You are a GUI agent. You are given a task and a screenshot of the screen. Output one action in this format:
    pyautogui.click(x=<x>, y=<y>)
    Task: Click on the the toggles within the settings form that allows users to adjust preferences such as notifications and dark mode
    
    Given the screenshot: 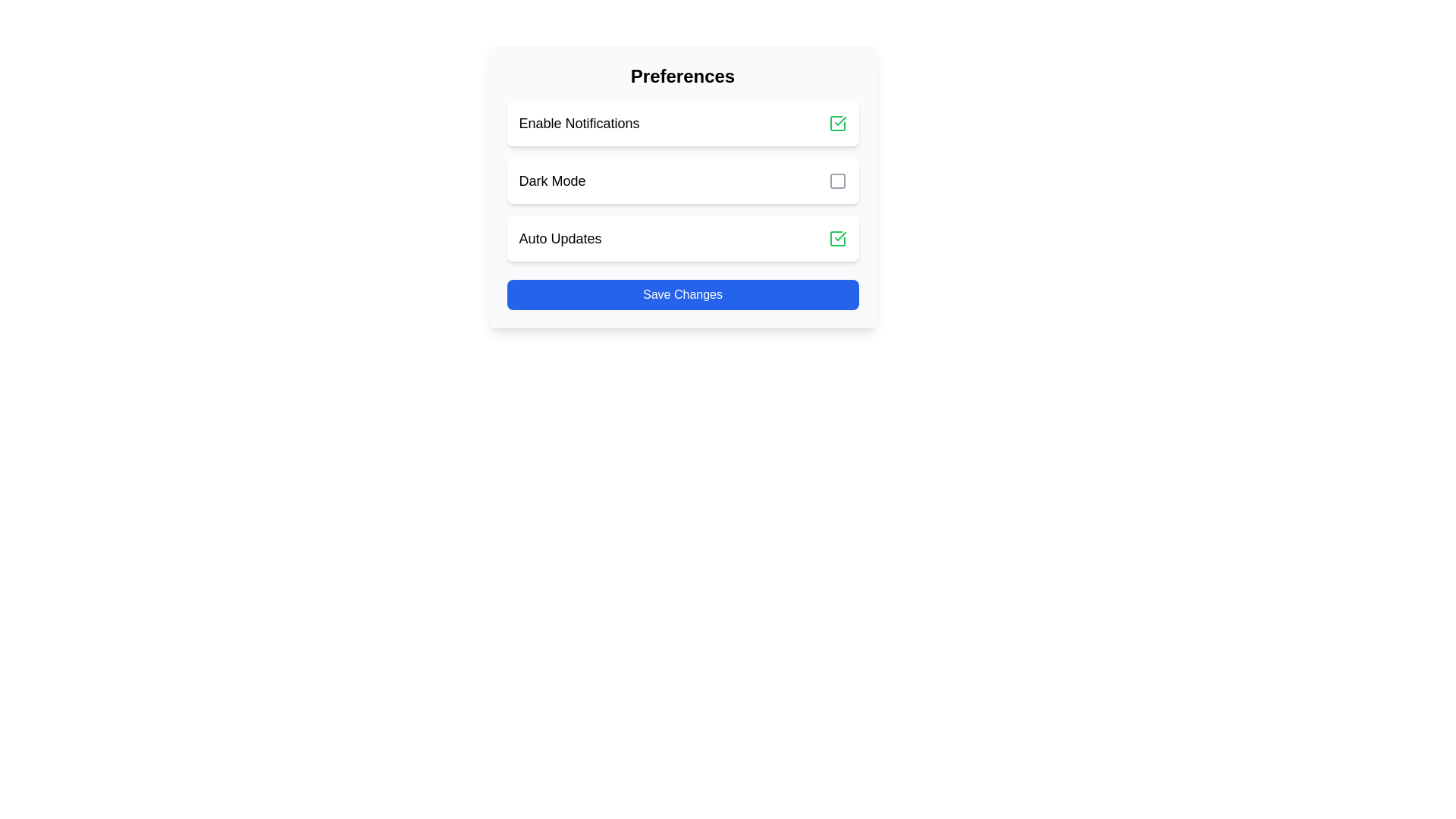 What is the action you would take?
    pyautogui.click(x=682, y=186)
    